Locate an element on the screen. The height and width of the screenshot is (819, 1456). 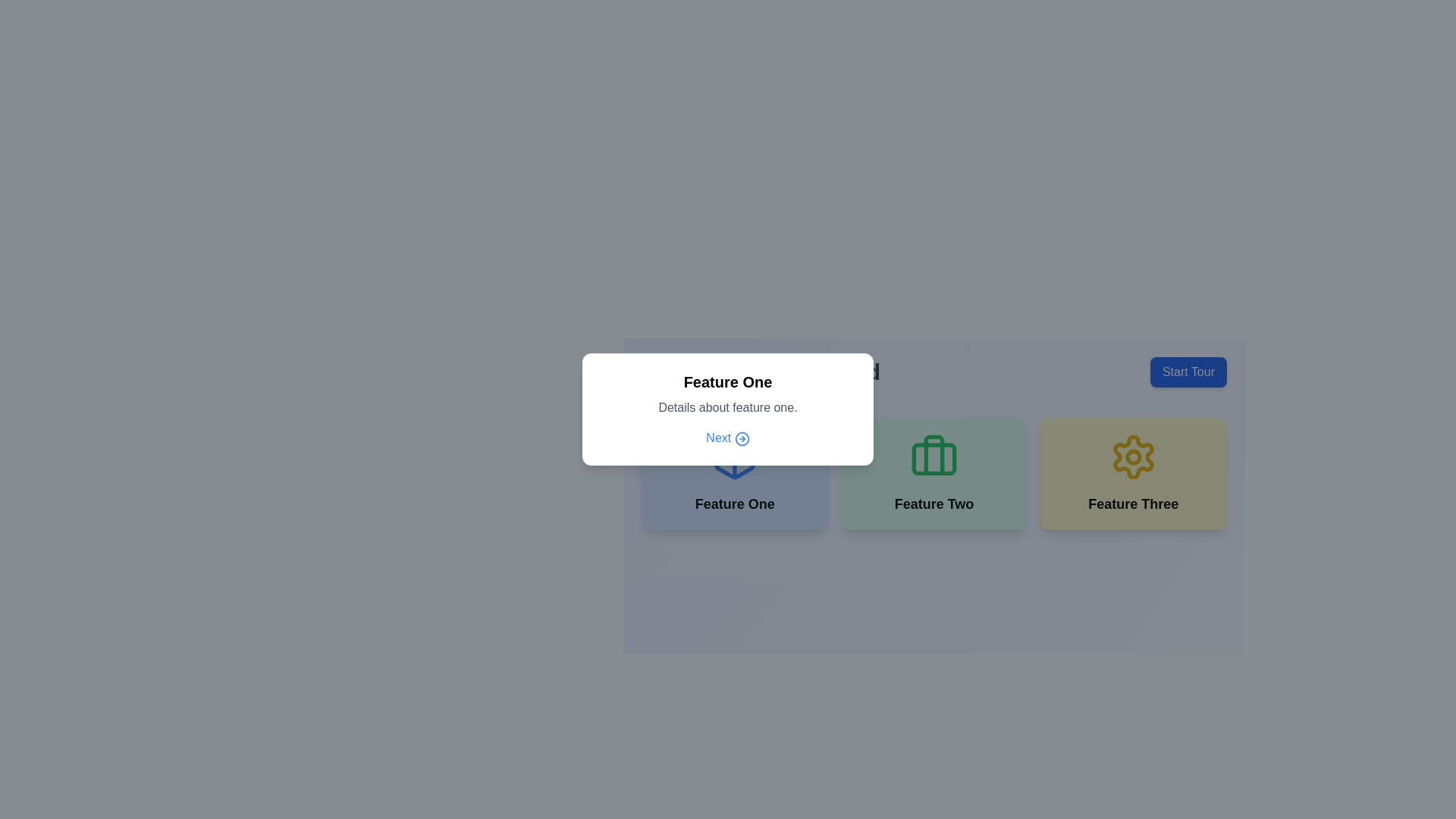
the context of the icon representing 'Feature Two', which is centrally located above the card title in the middle of a row of three feature cards is located at coordinates (934, 456).